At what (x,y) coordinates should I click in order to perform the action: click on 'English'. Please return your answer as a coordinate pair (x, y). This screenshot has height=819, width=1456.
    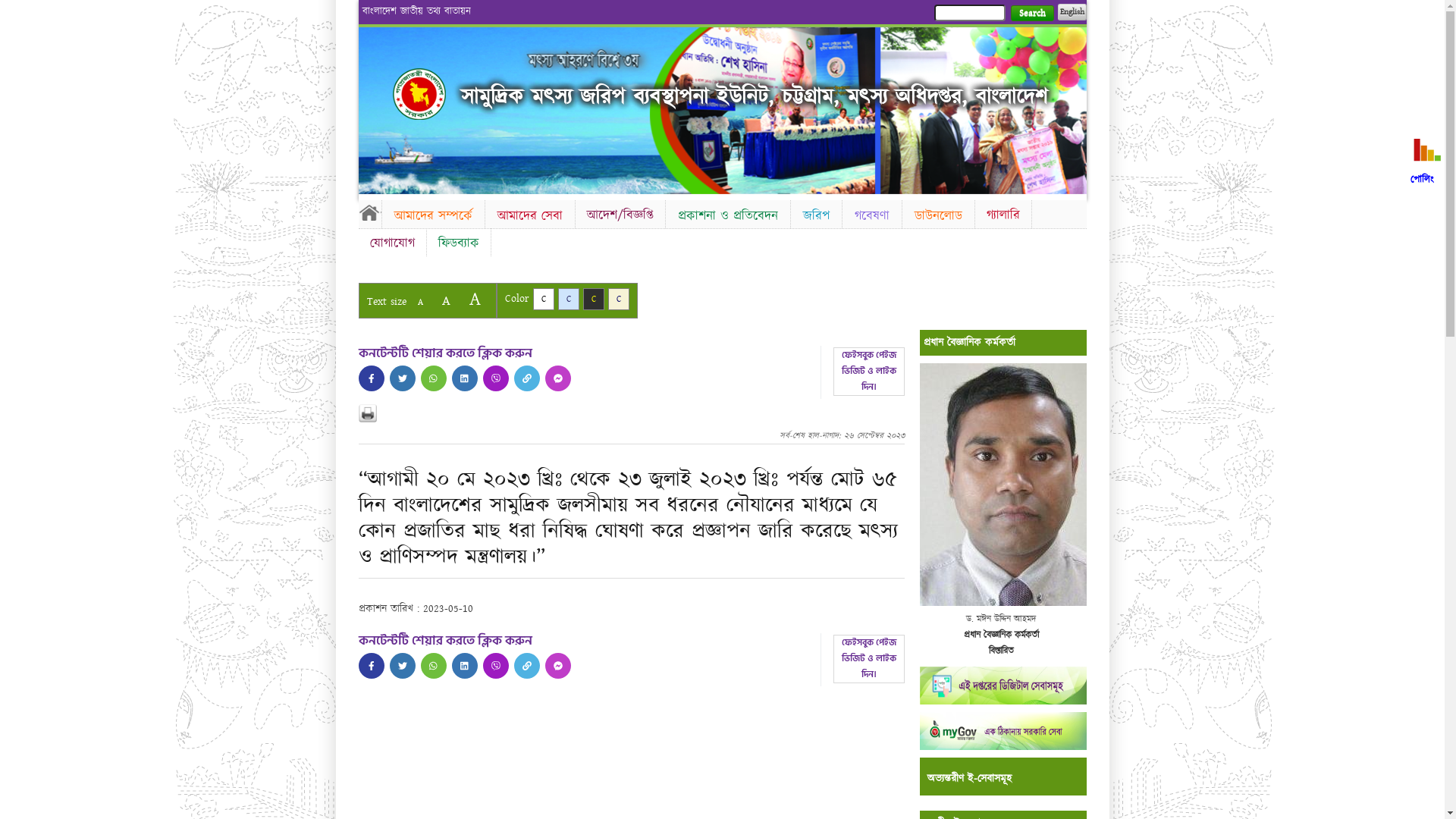
    Looking at the image, I should click on (1070, 11).